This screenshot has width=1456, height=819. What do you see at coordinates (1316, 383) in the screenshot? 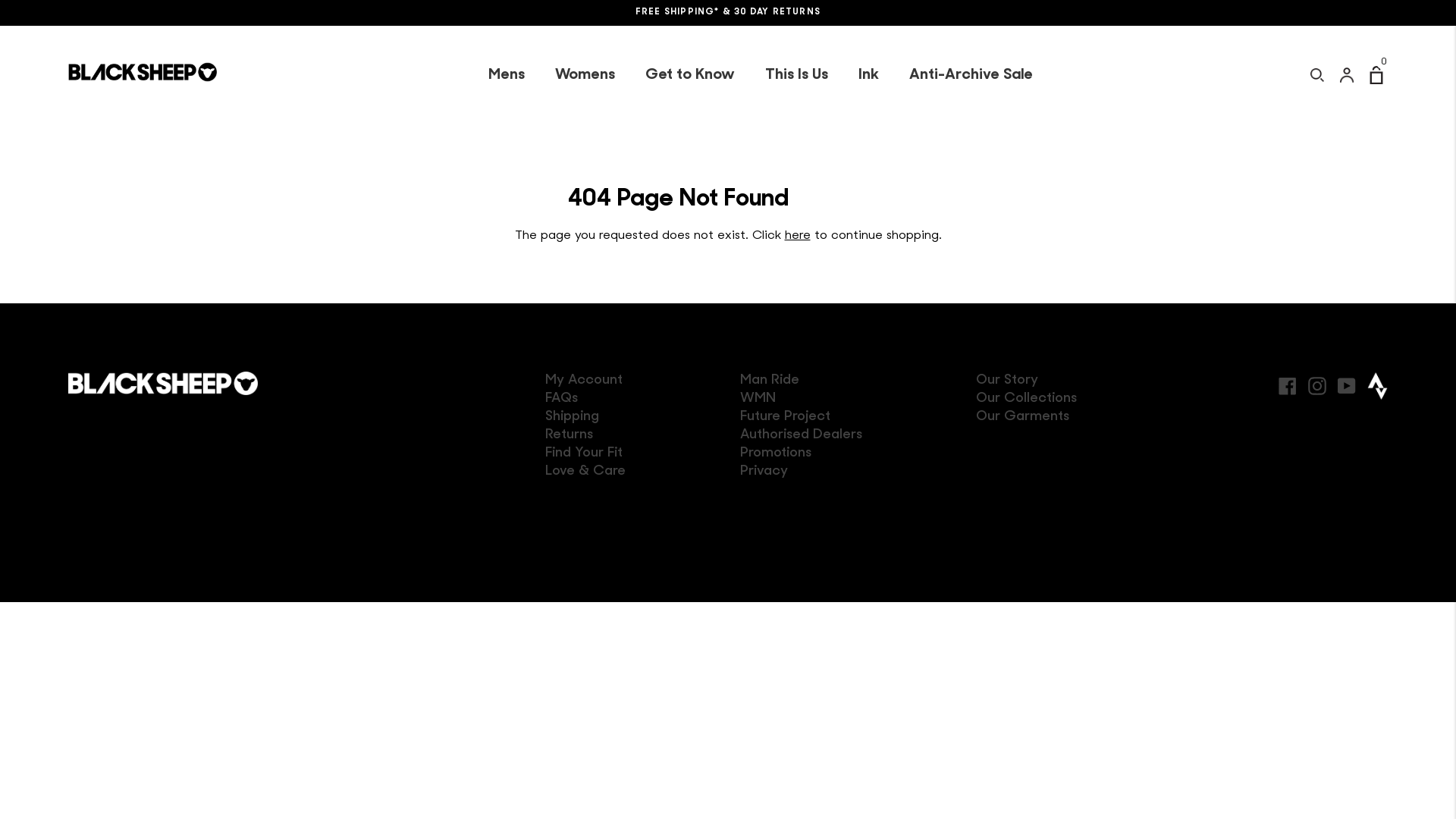
I see `'Black Sheep Cycling on Instagram'` at bounding box center [1316, 383].